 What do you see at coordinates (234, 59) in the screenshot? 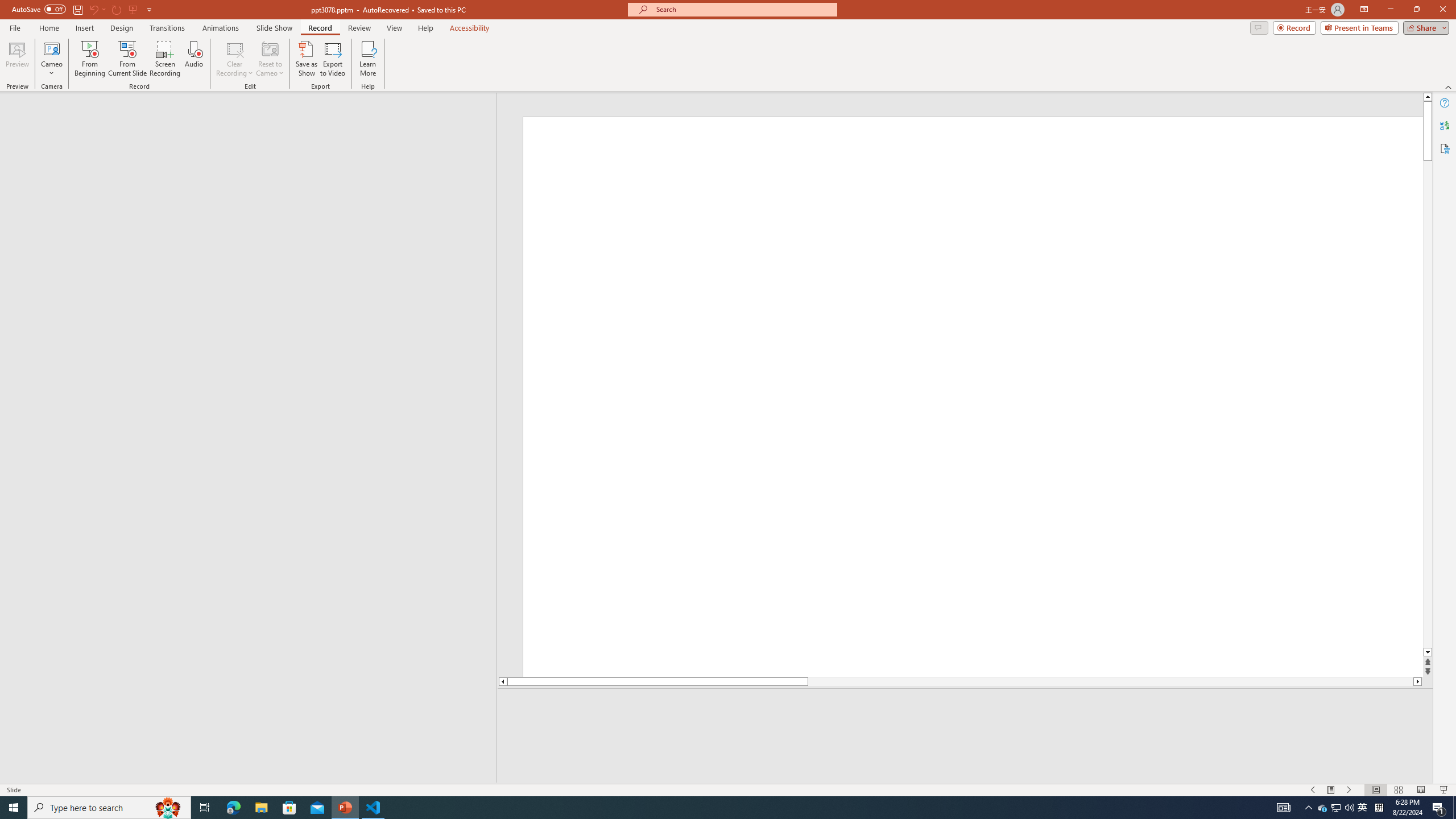
I see `'Clear Recording'` at bounding box center [234, 59].